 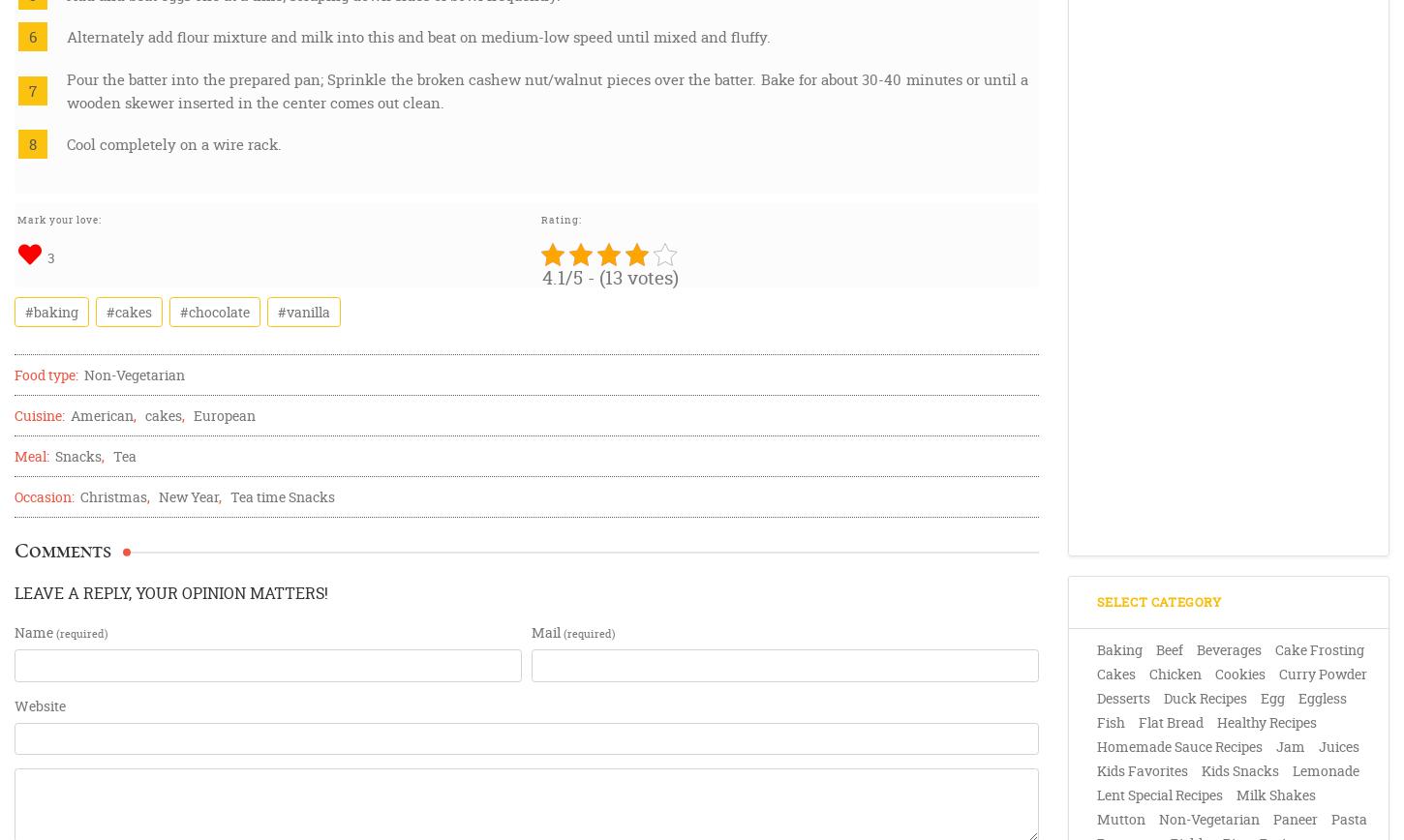 I want to click on 'Fish', so click(x=1109, y=722).